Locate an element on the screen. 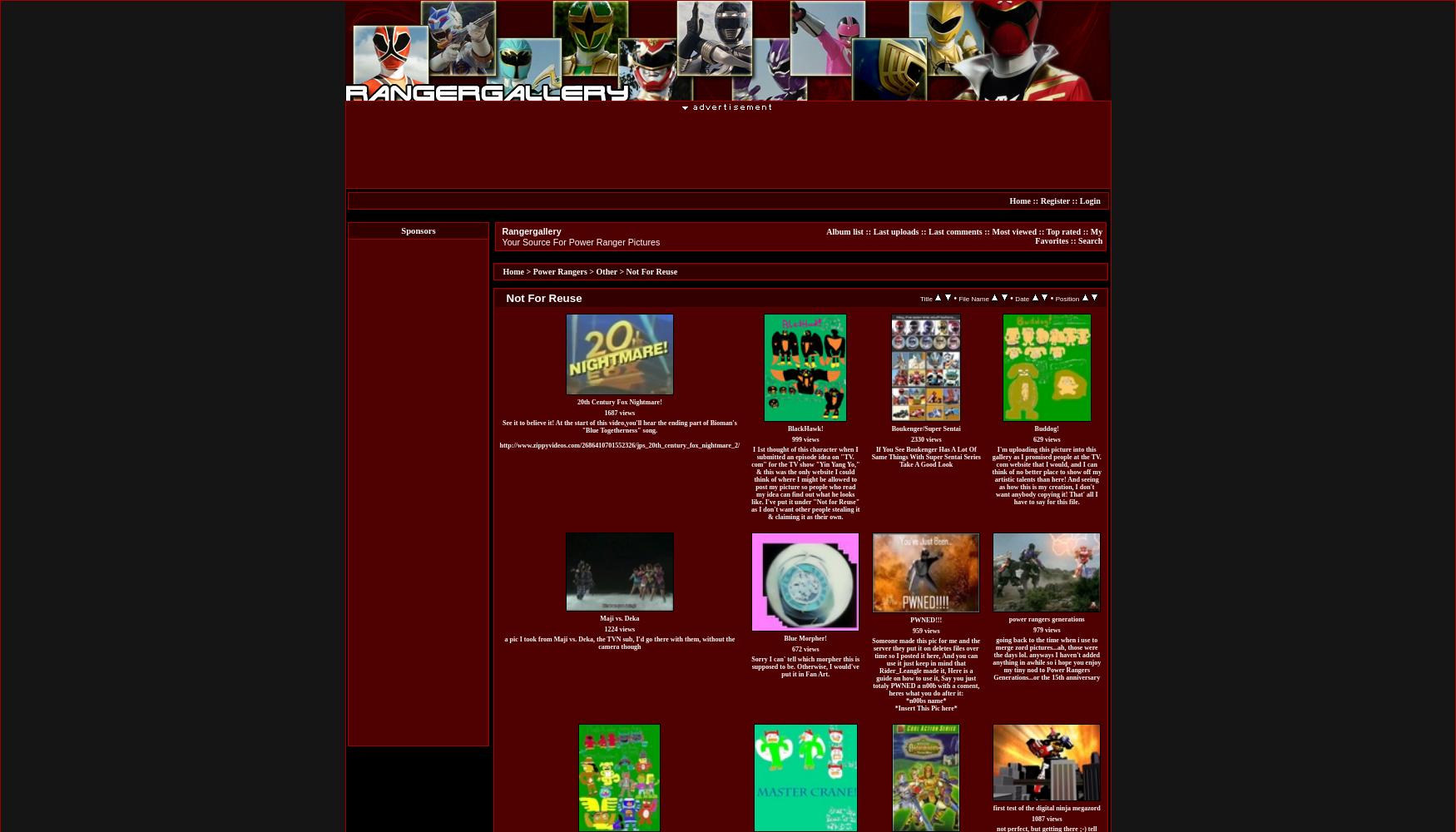  'See it to believe it! At the start of this video,you'll hear the ending part of Bioman's "Blue Togetherness" song.' is located at coordinates (618, 426).